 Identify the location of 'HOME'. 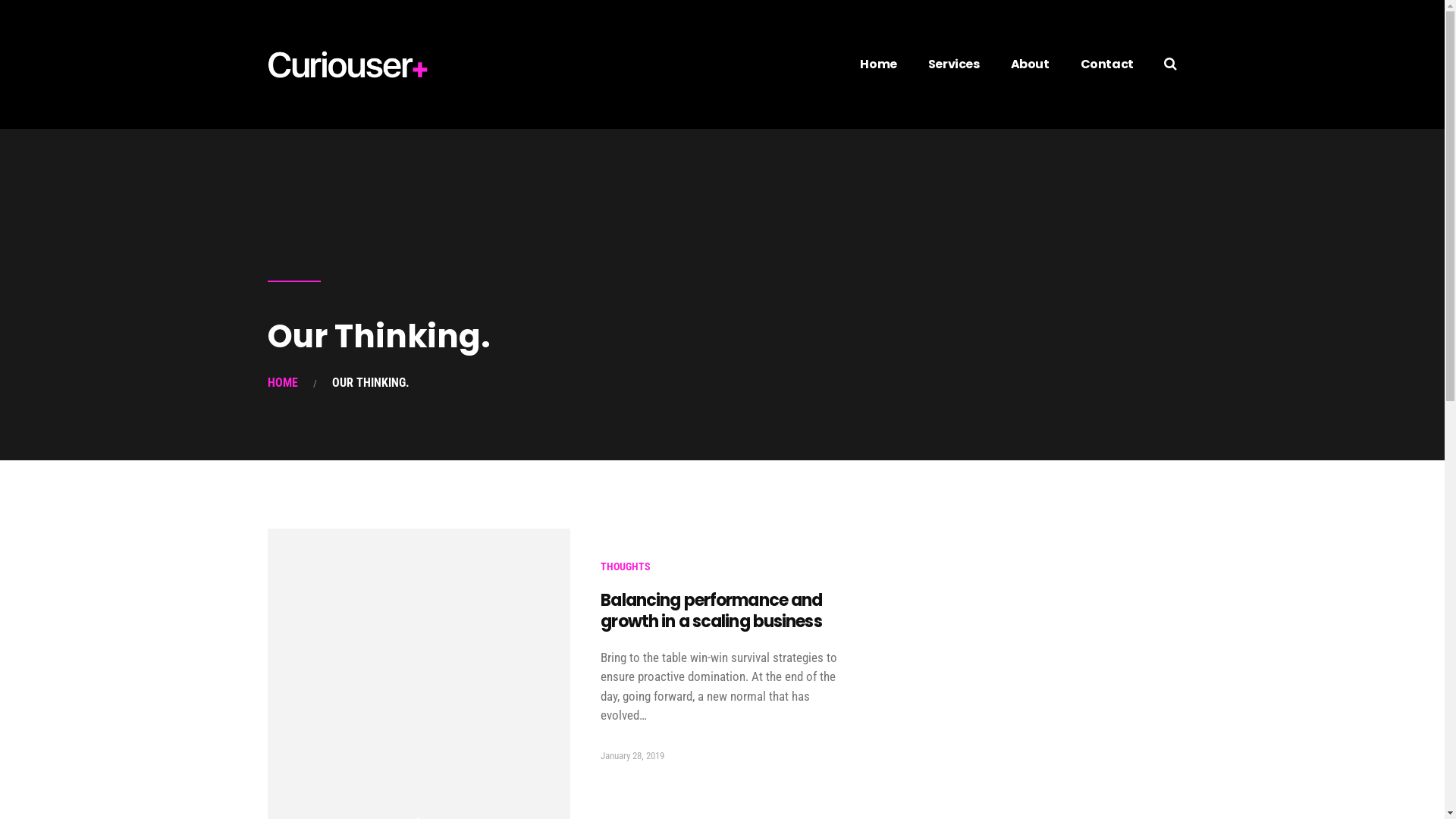
(281, 381).